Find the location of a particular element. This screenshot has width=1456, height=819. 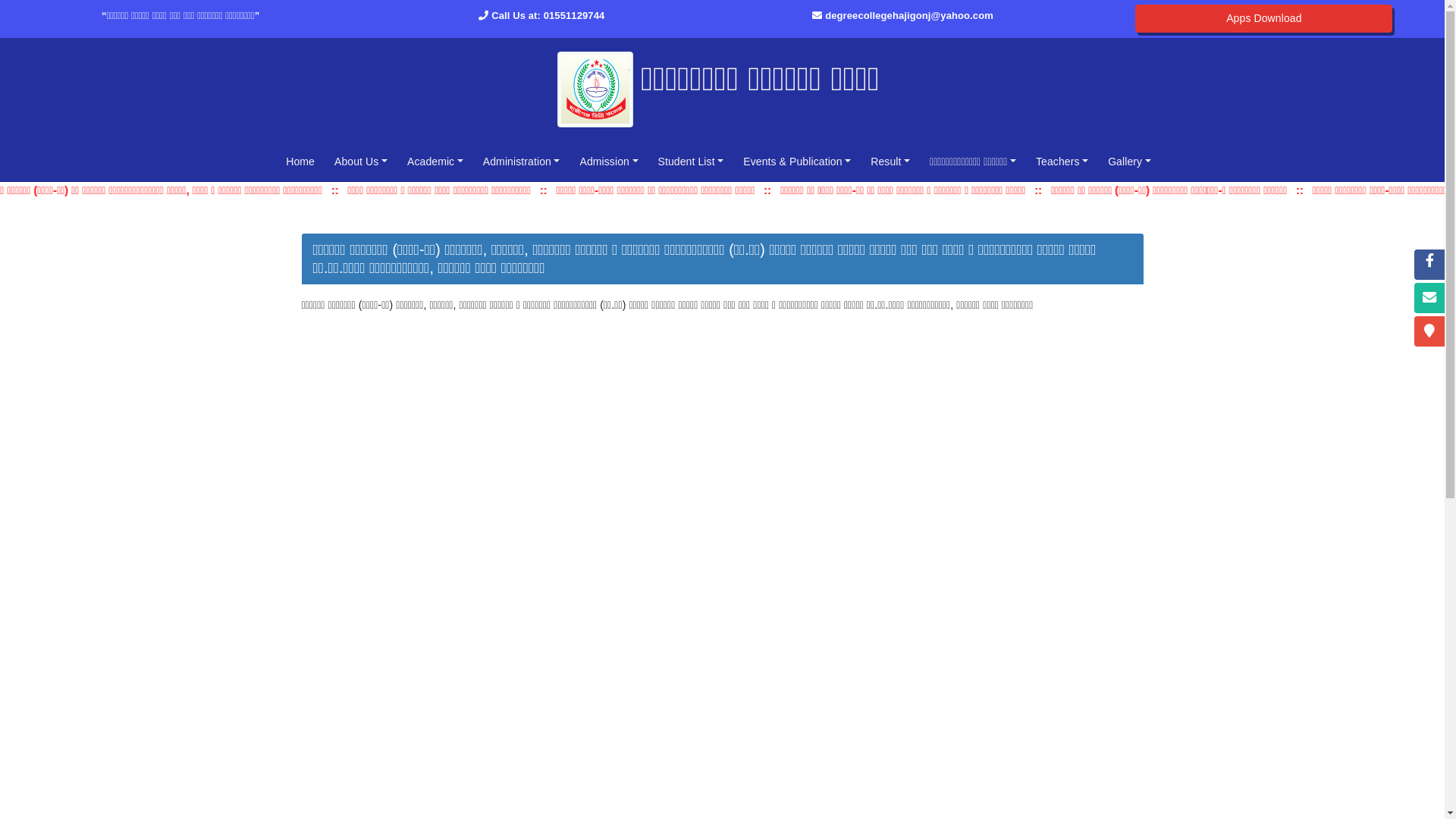

'01551129744' is located at coordinates (573, 15).